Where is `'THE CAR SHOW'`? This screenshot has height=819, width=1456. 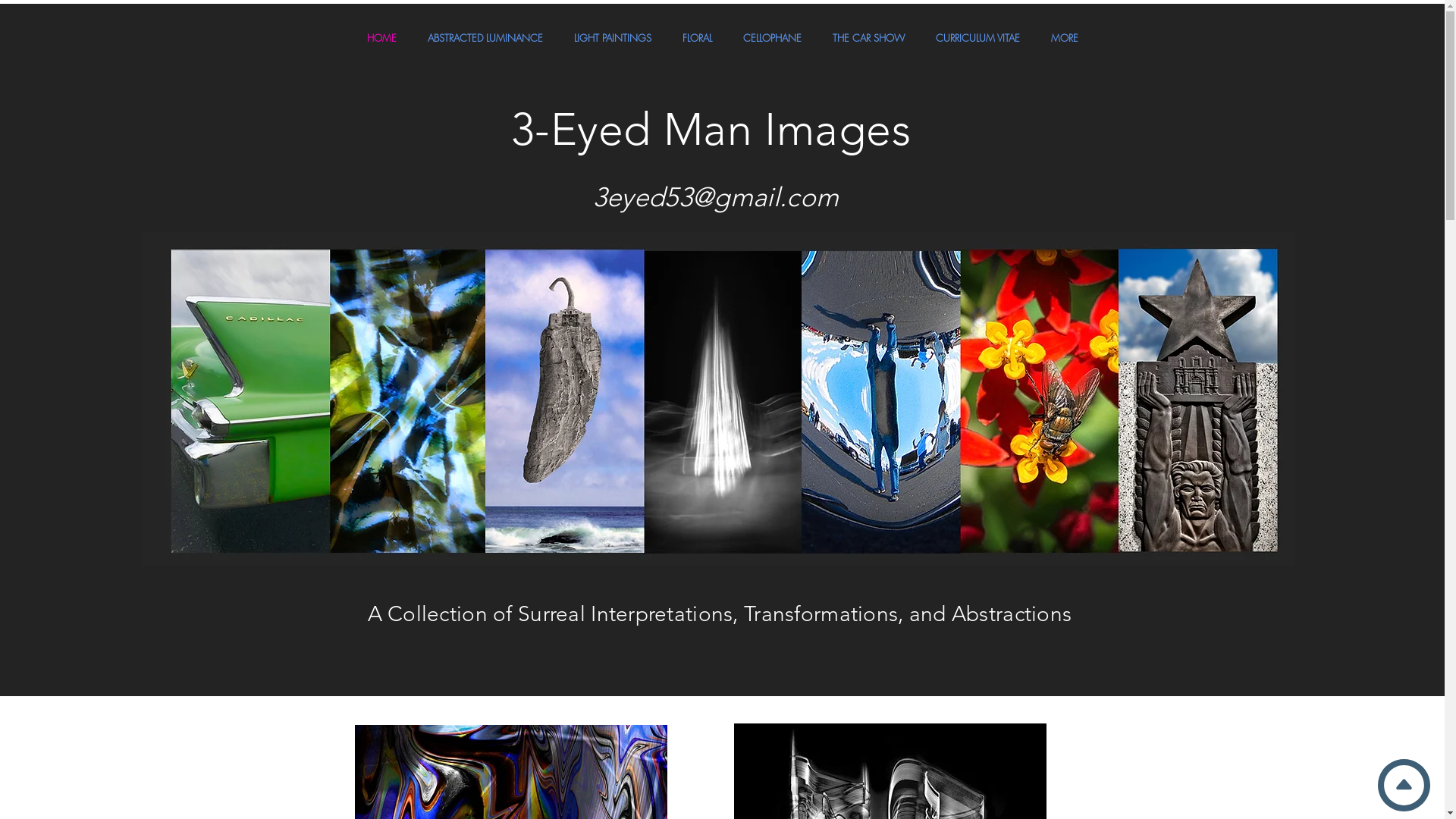 'THE CAR SHOW' is located at coordinates (869, 37).